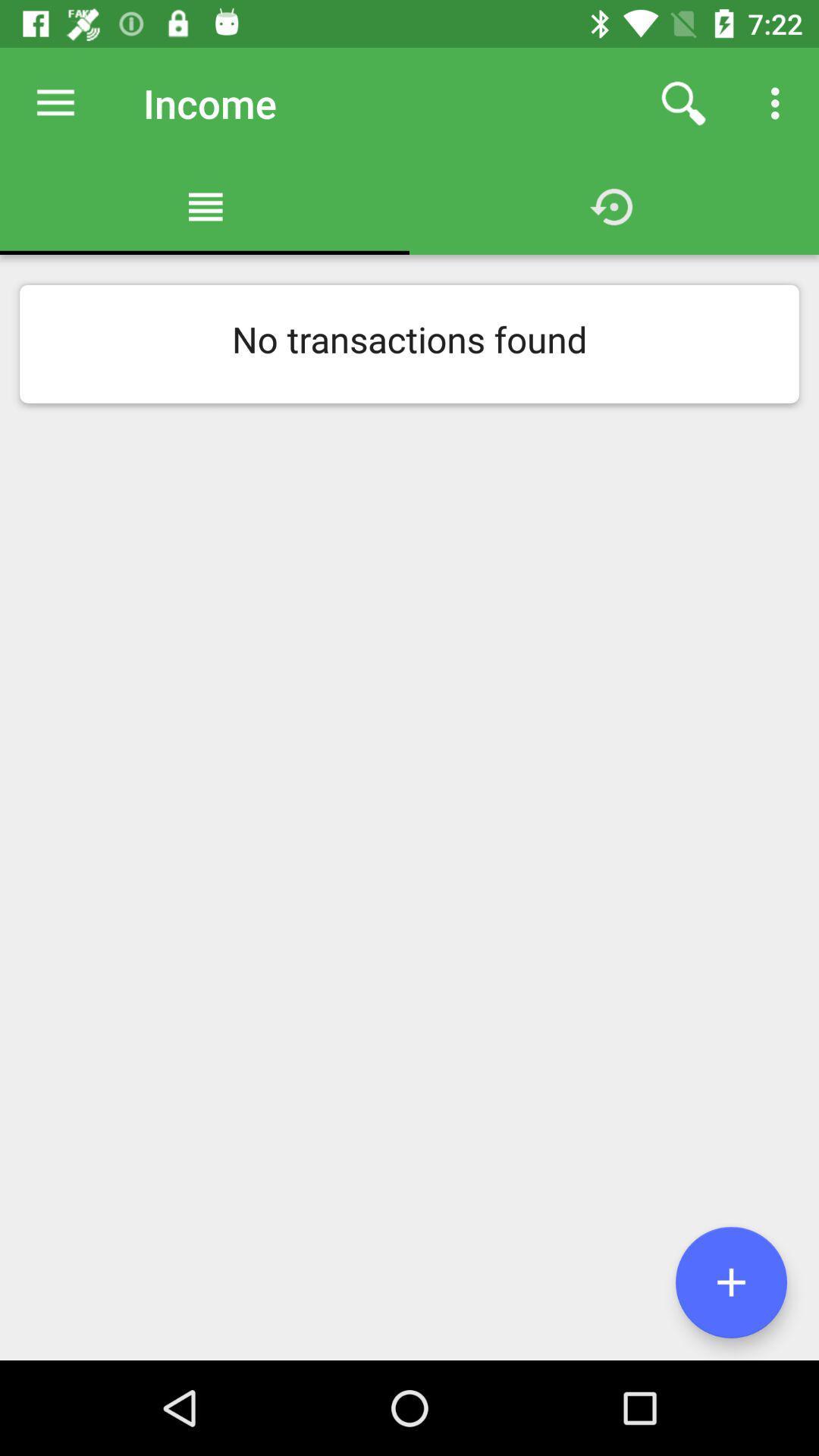  What do you see at coordinates (779, 102) in the screenshot?
I see `the icon above no transactions found icon` at bounding box center [779, 102].